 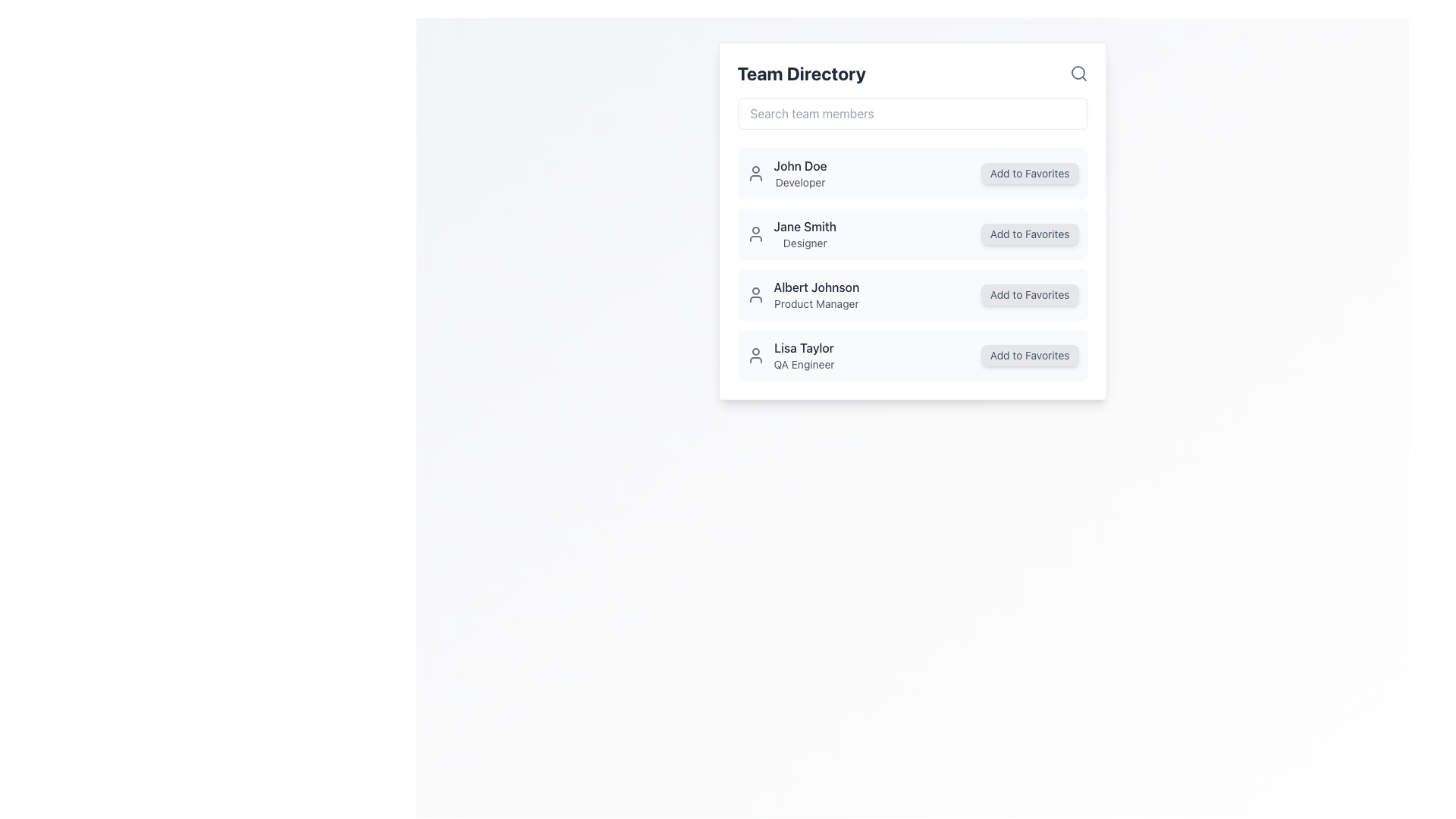 What do you see at coordinates (1030, 234) in the screenshot?
I see `the 'Add to Favorites' button located in the second row of the team members list, next to 'Jane Smith', to mark the profile as a favorite` at bounding box center [1030, 234].